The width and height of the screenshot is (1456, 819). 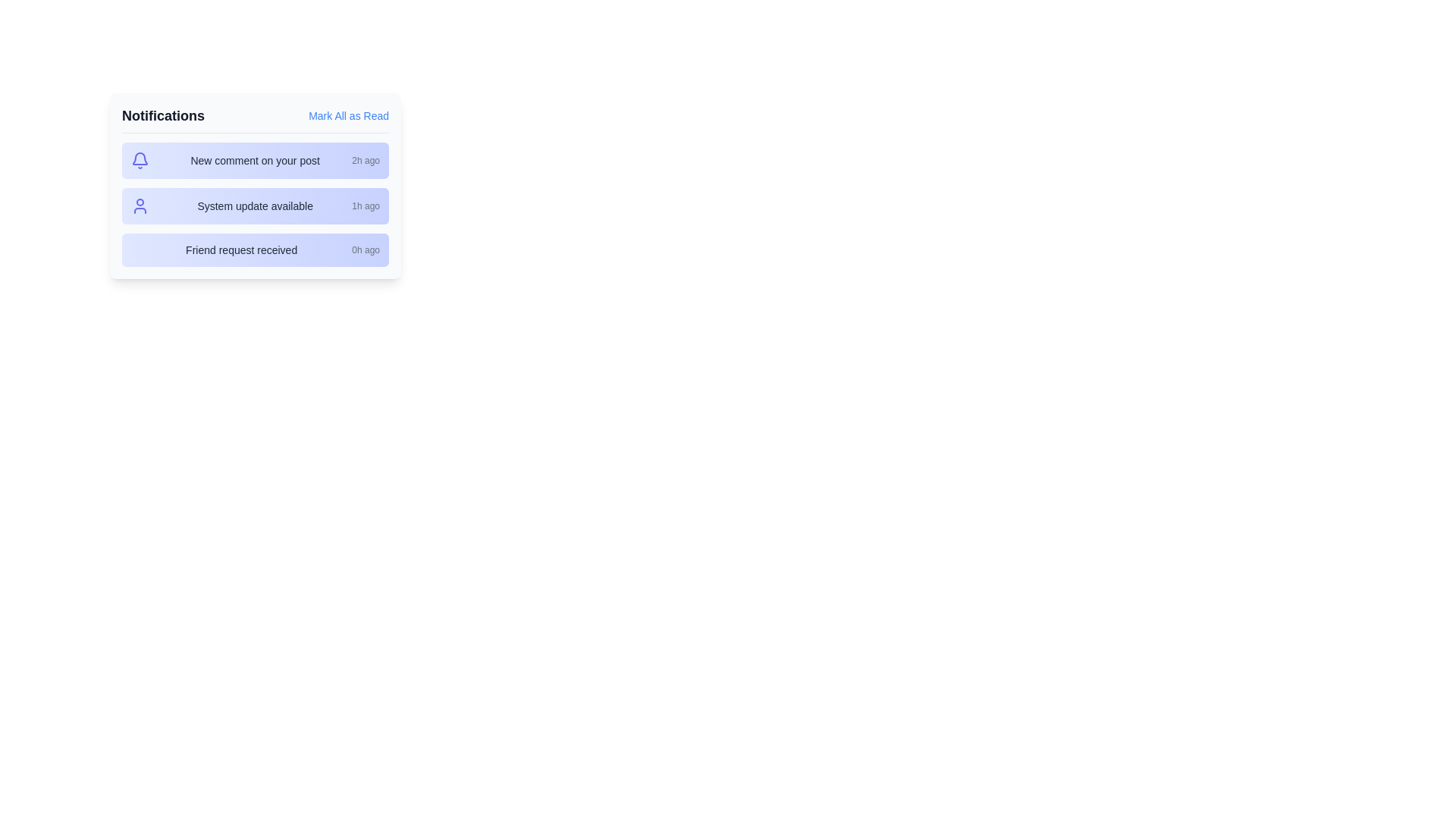 What do you see at coordinates (255, 161) in the screenshot?
I see `the text label 'New comment on your post' located within the first notification card under the 'Notifications' header, which is positioned between a bell icon and a time indicator` at bounding box center [255, 161].